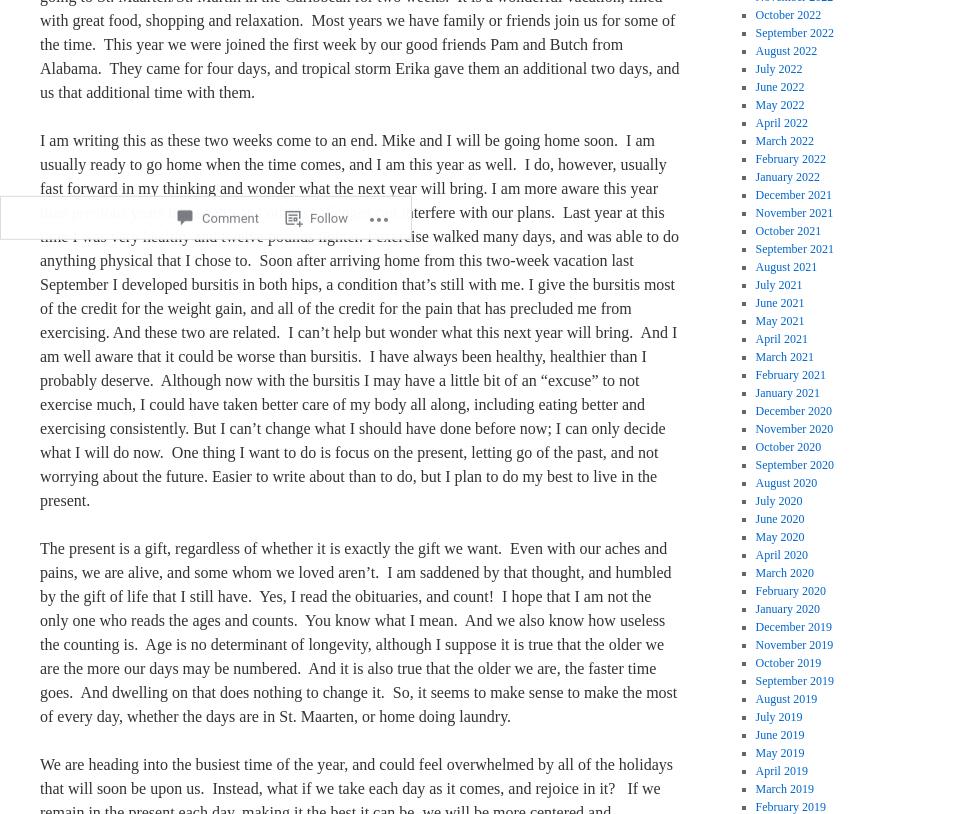 The image size is (980, 814). I want to click on 'October 2020', so click(788, 445).